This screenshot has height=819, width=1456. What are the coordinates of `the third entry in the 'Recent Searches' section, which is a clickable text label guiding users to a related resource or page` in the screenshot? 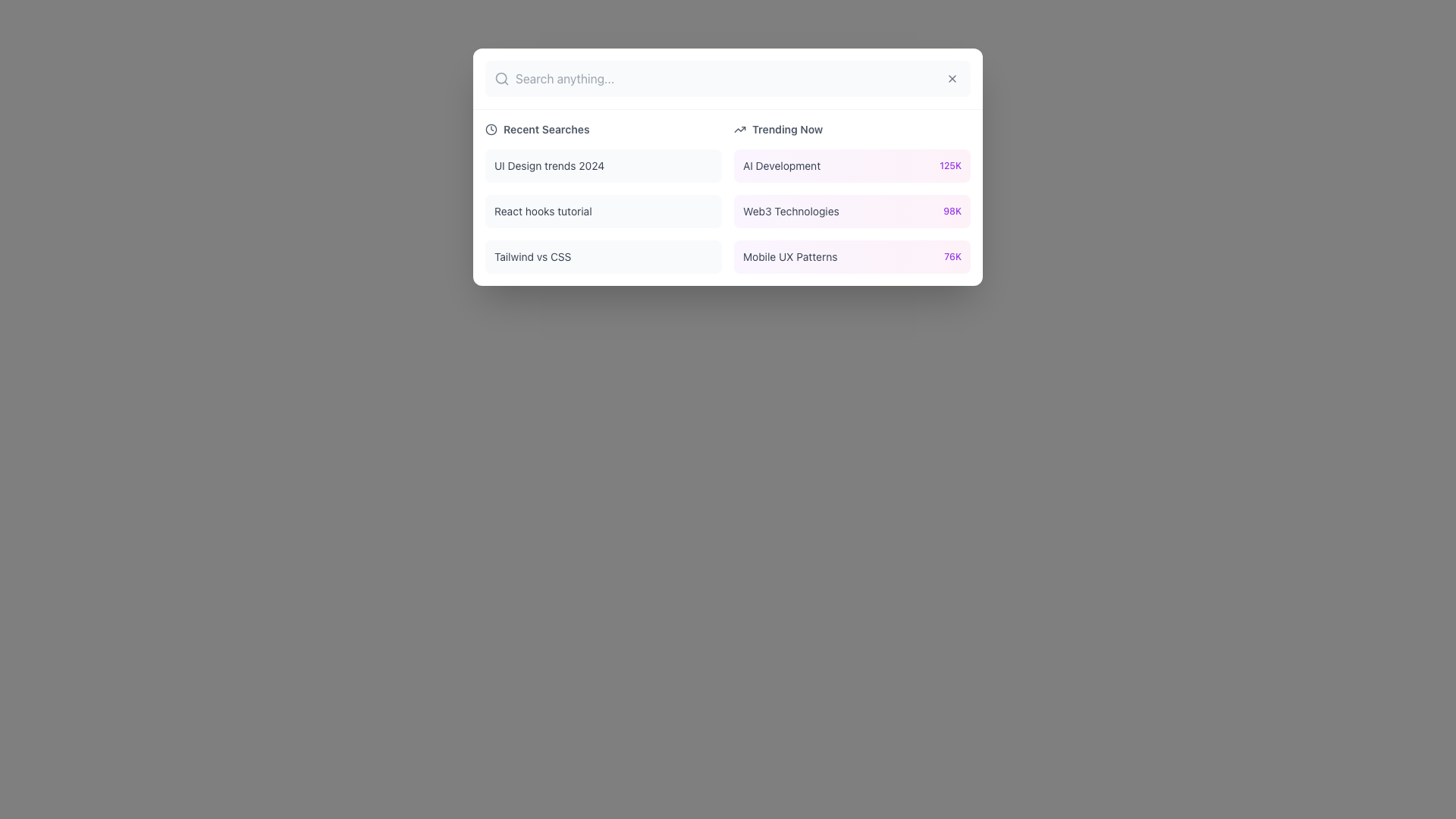 It's located at (532, 256).